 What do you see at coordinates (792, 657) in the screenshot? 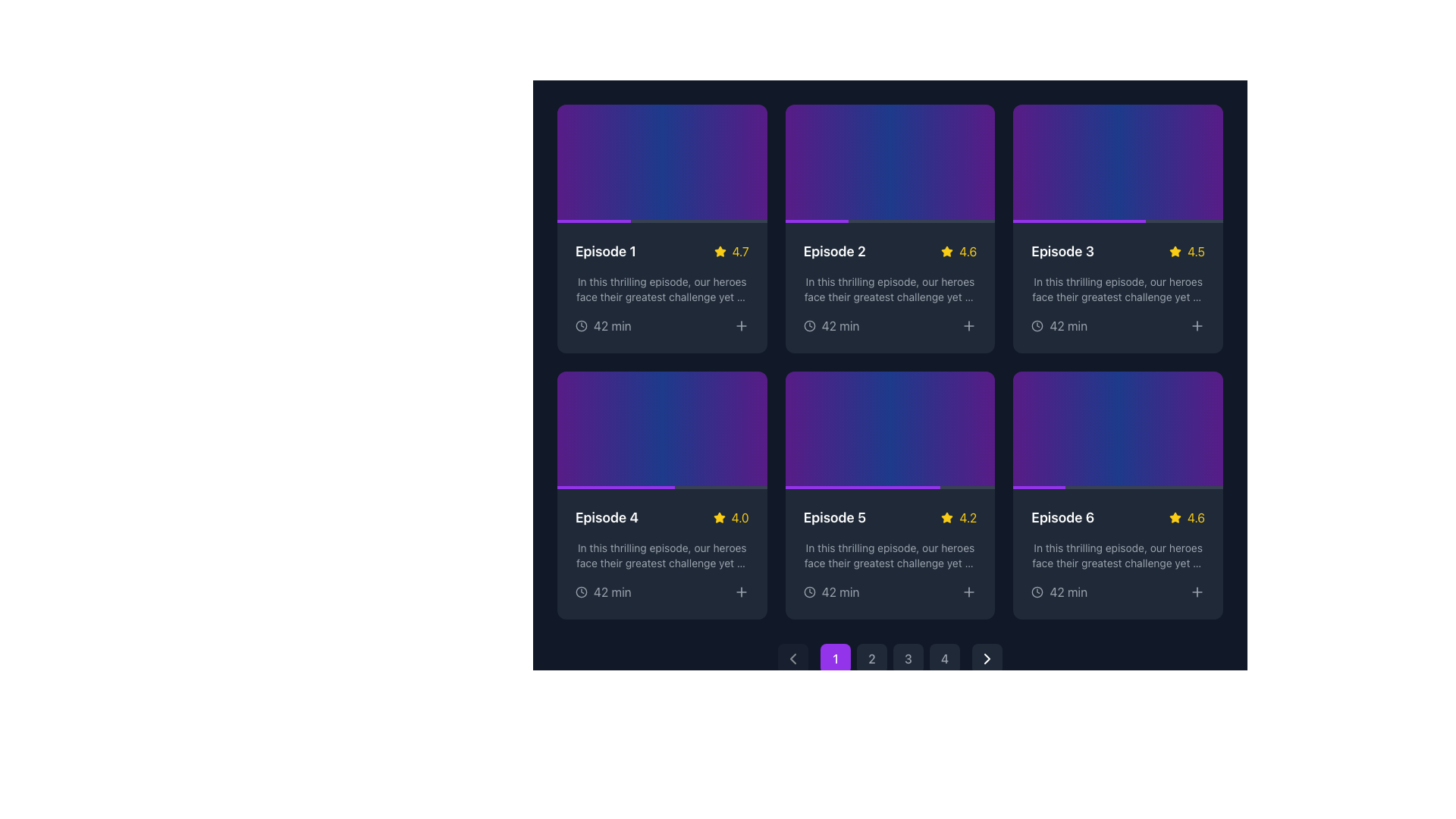
I see `the left-facing chevron icon within the navigation button located at the bottom left of the interface` at bounding box center [792, 657].